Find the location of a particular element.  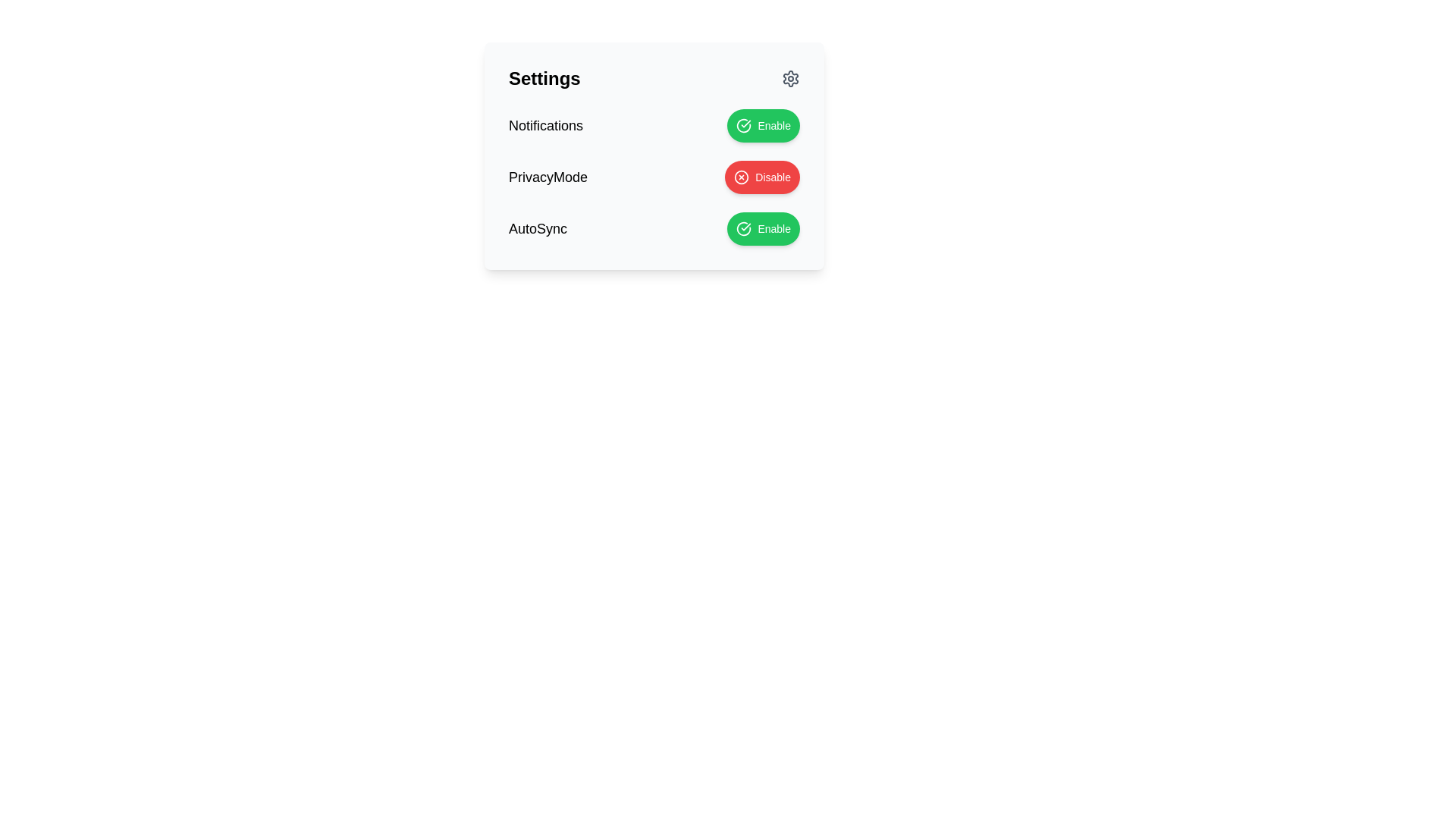

the 'Notifications' button in the Settings interface is located at coordinates (764, 124).